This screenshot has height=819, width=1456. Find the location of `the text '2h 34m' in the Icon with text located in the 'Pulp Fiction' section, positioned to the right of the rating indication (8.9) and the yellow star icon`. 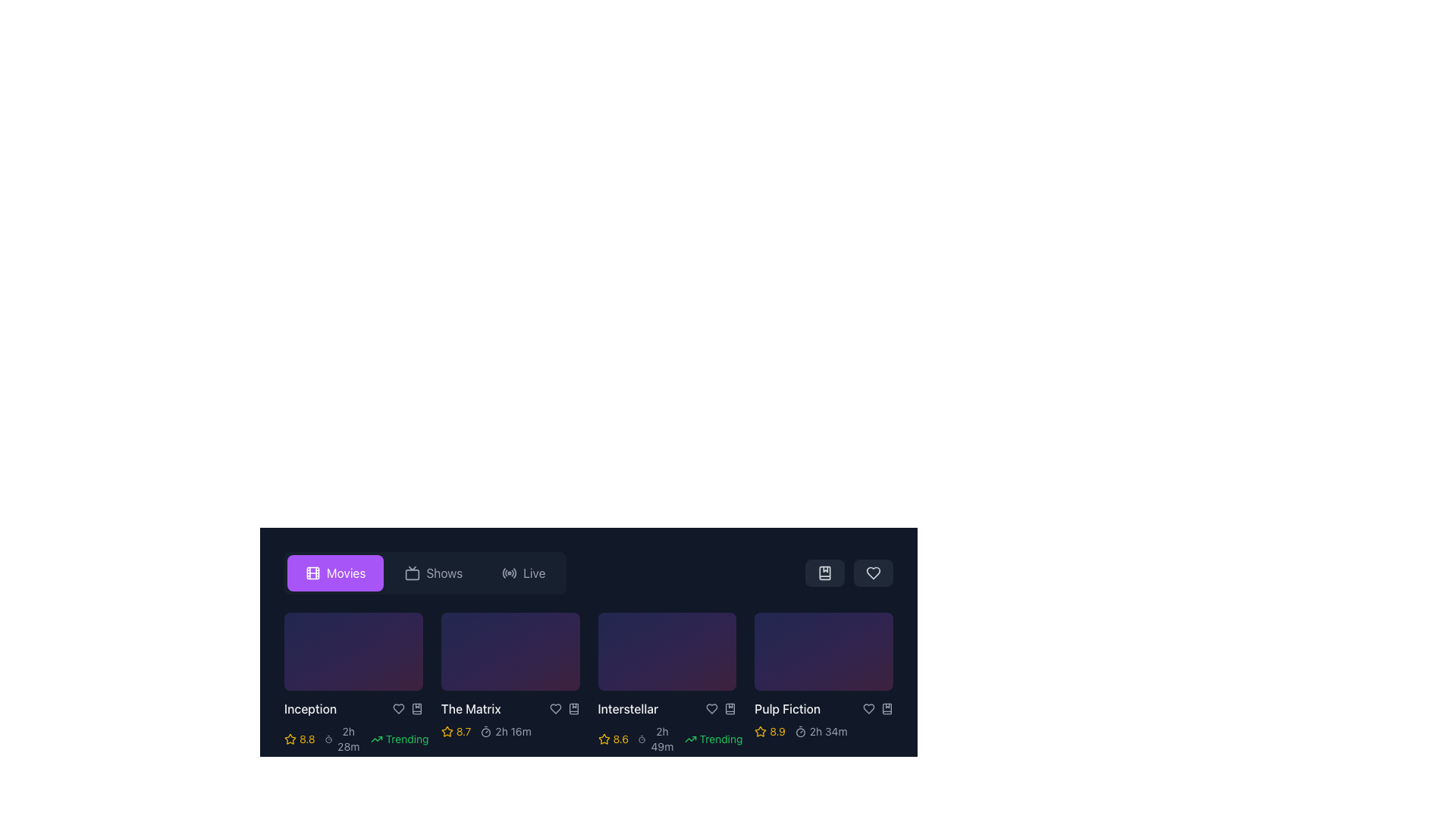

the text '2h 34m' in the Icon with text located in the 'Pulp Fiction' section, positioned to the right of the rating indication (8.9) and the yellow star icon is located at coordinates (820, 730).